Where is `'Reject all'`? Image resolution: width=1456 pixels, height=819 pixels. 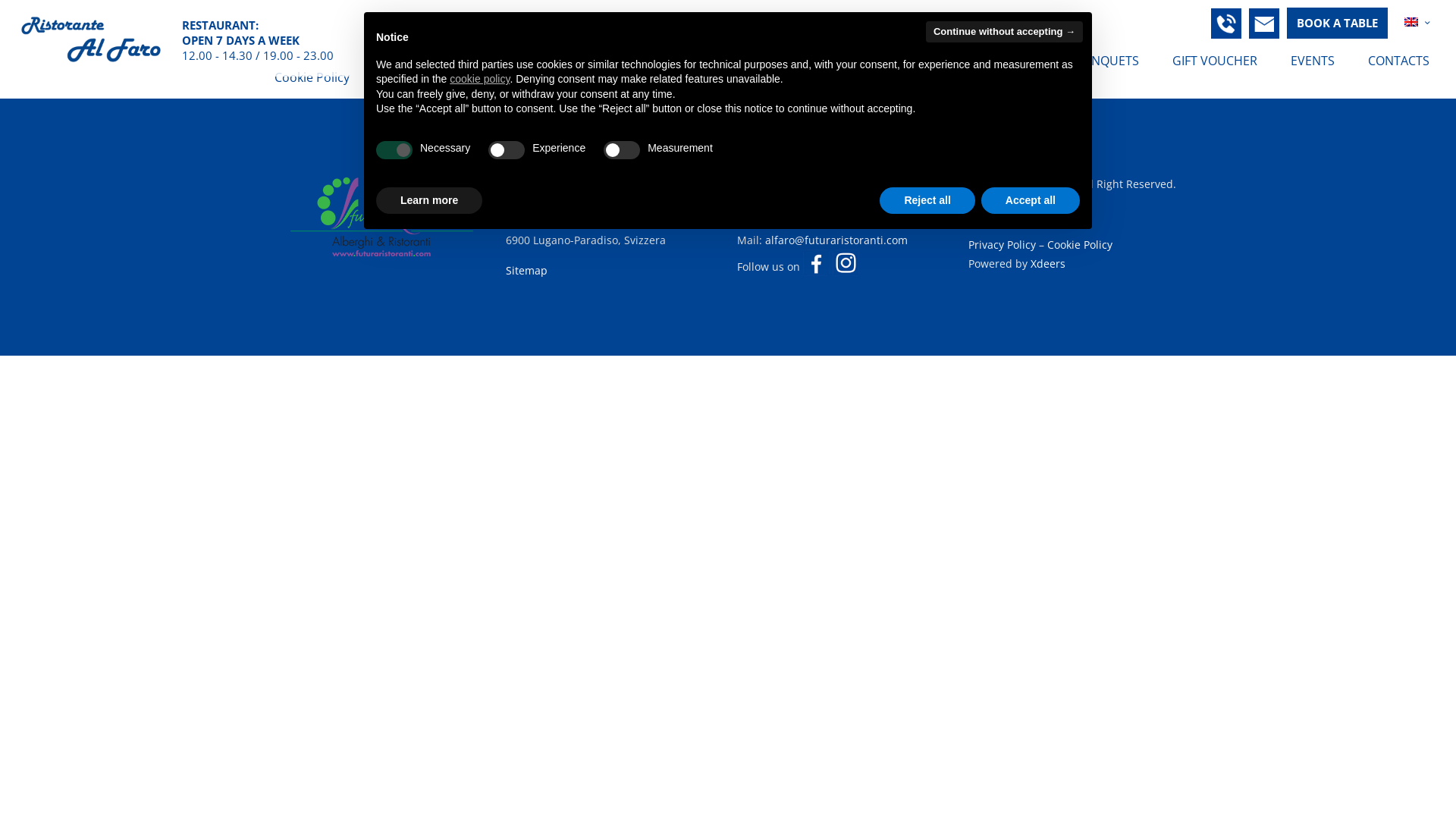 'Reject all' is located at coordinates (926, 200).